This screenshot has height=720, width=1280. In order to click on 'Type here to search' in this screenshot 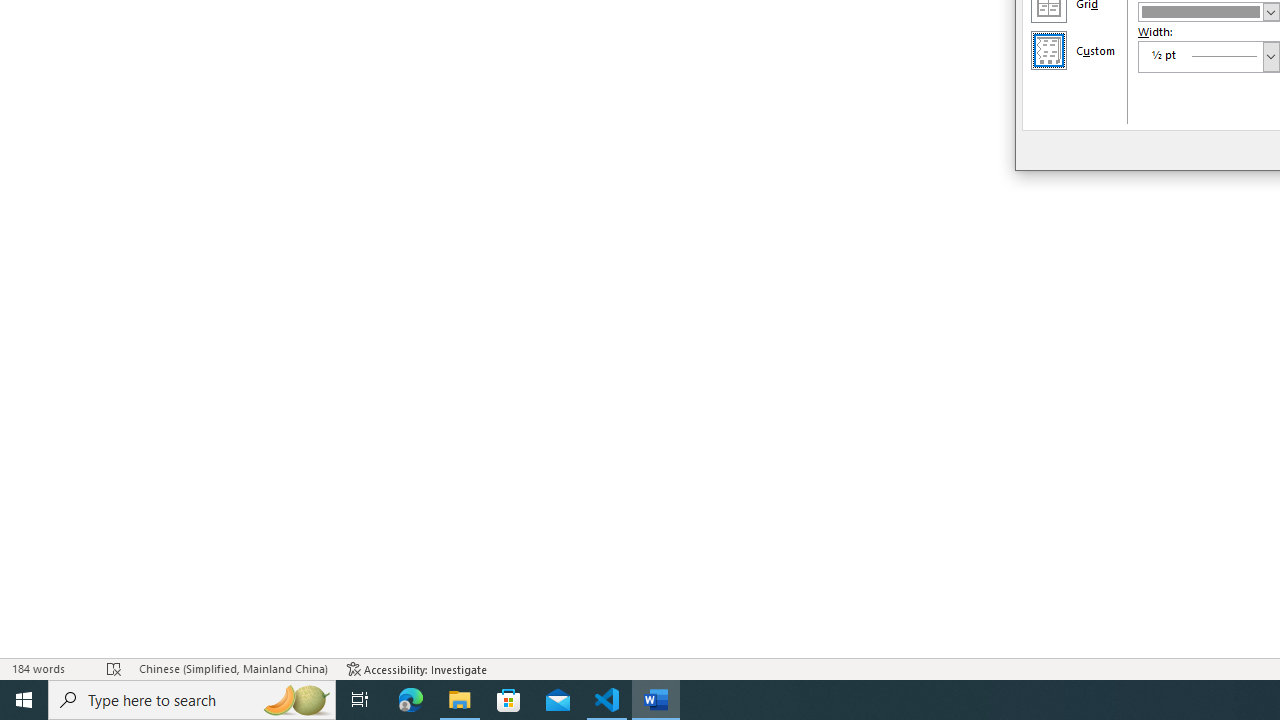, I will do `click(192, 698)`.